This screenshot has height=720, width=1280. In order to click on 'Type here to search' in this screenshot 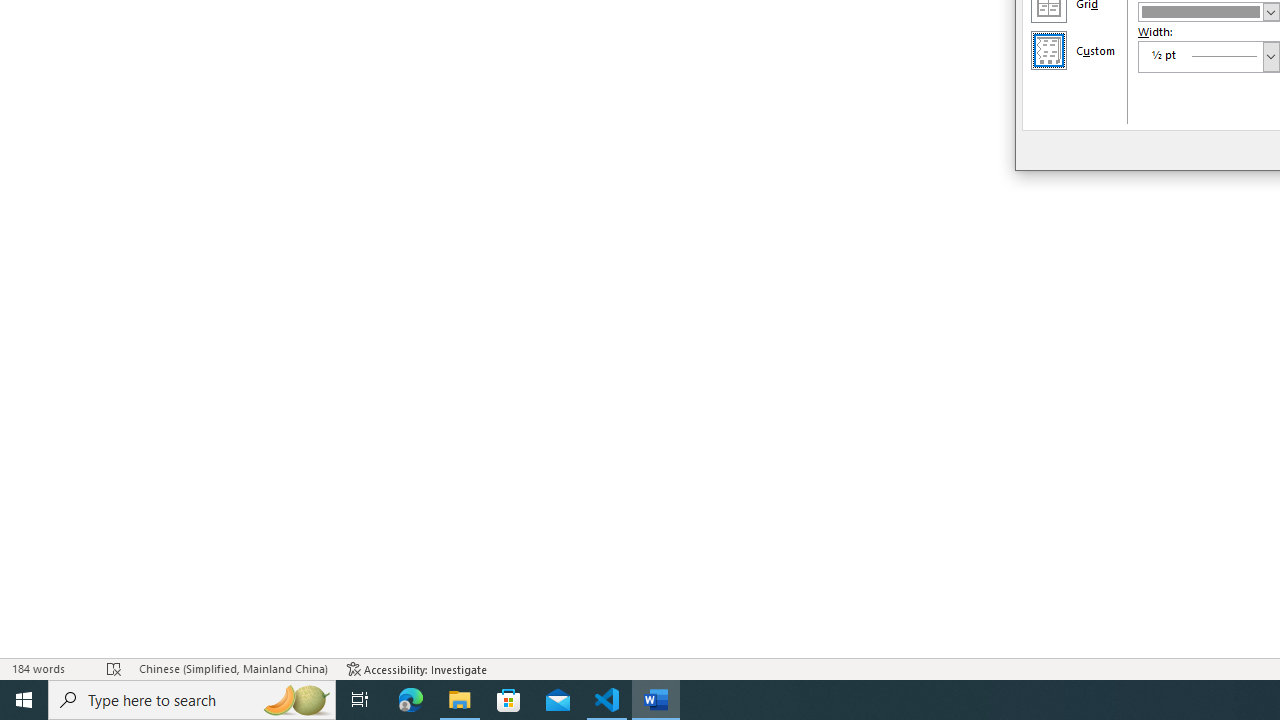, I will do `click(192, 698)`.